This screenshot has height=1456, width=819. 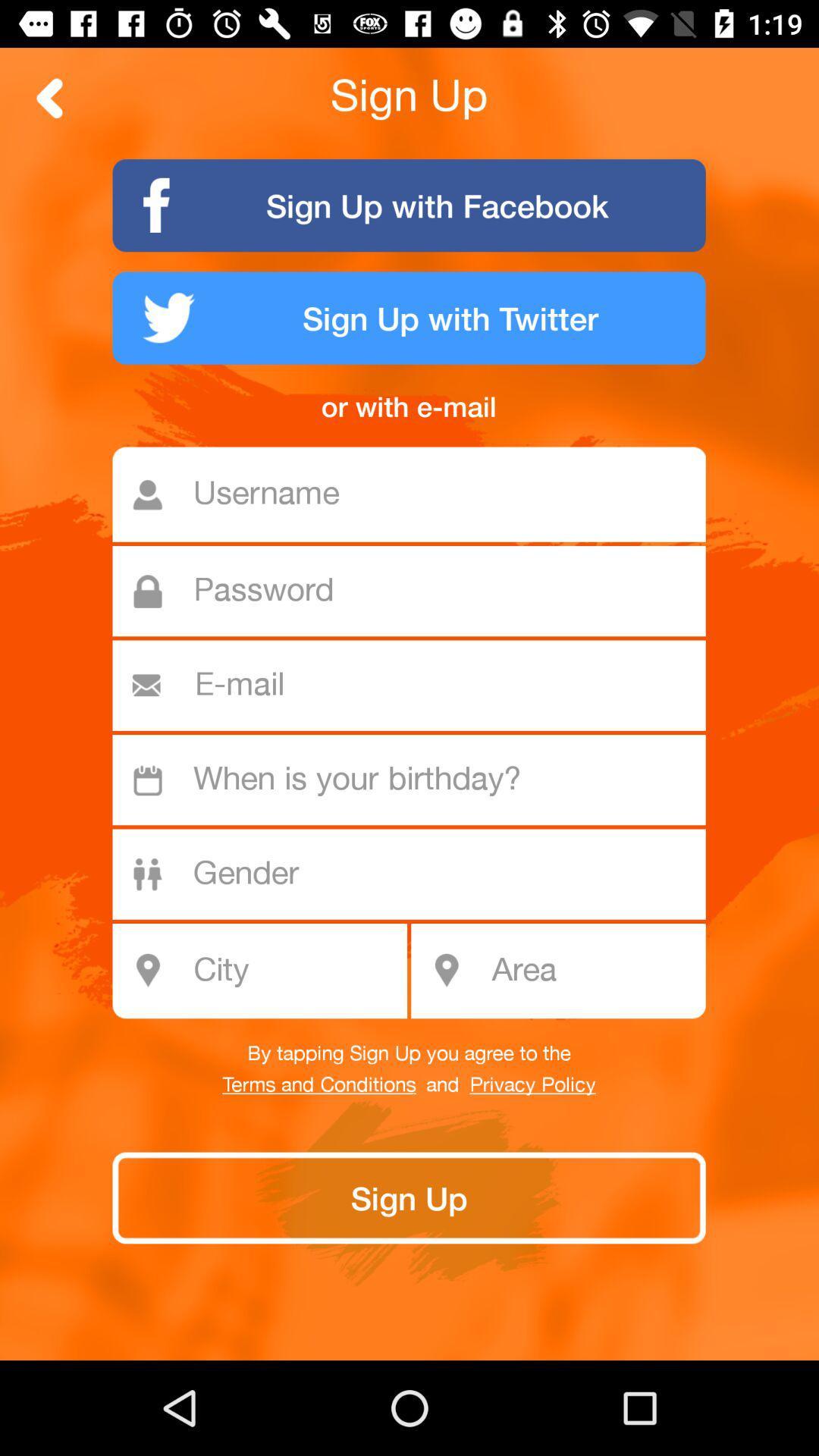 I want to click on the icon above by tapping sign icon, so click(x=268, y=971).